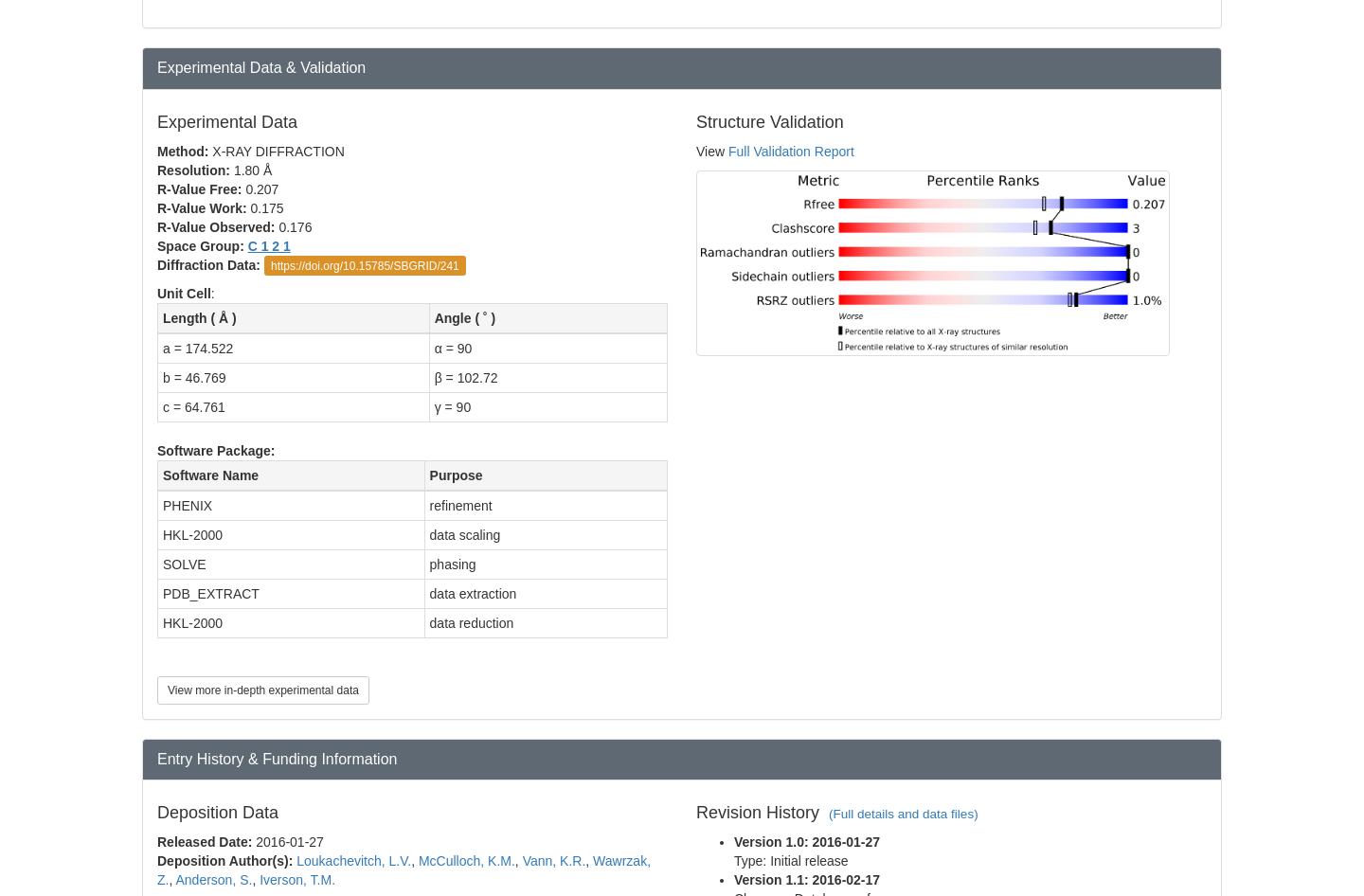 This screenshot has height=896, width=1364. What do you see at coordinates (195, 169) in the screenshot?
I see `'Resolution:'` at bounding box center [195, 169].